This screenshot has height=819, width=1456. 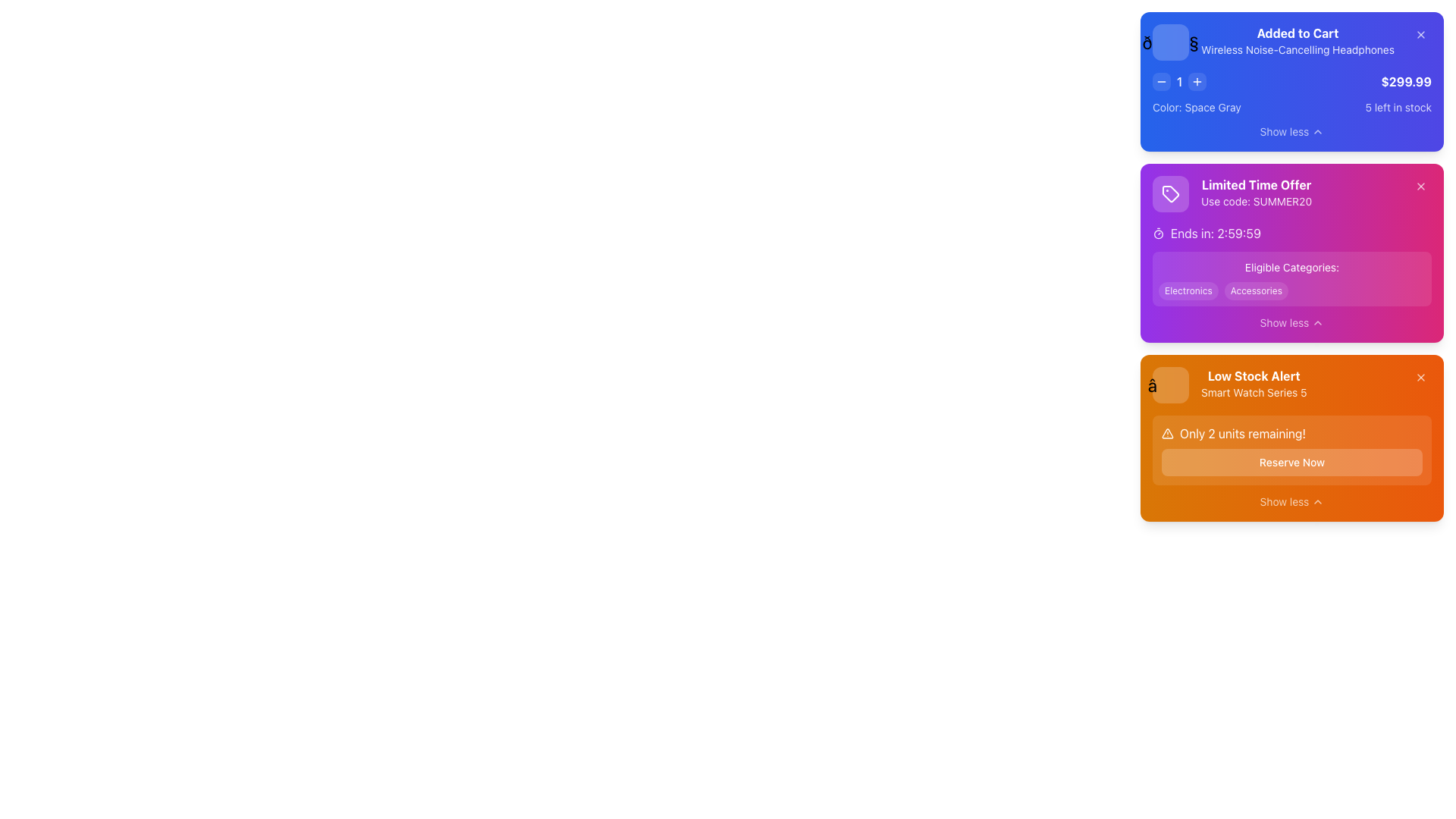 What do you see at coordinates (1273, 42) in the screenshot?
I see `the confirmation message indicating that 'Wireless Noise-Cancelling Headphones' has been added to the cart, located at the top left corner of the blue panel` at bounding box center [1273, 42].